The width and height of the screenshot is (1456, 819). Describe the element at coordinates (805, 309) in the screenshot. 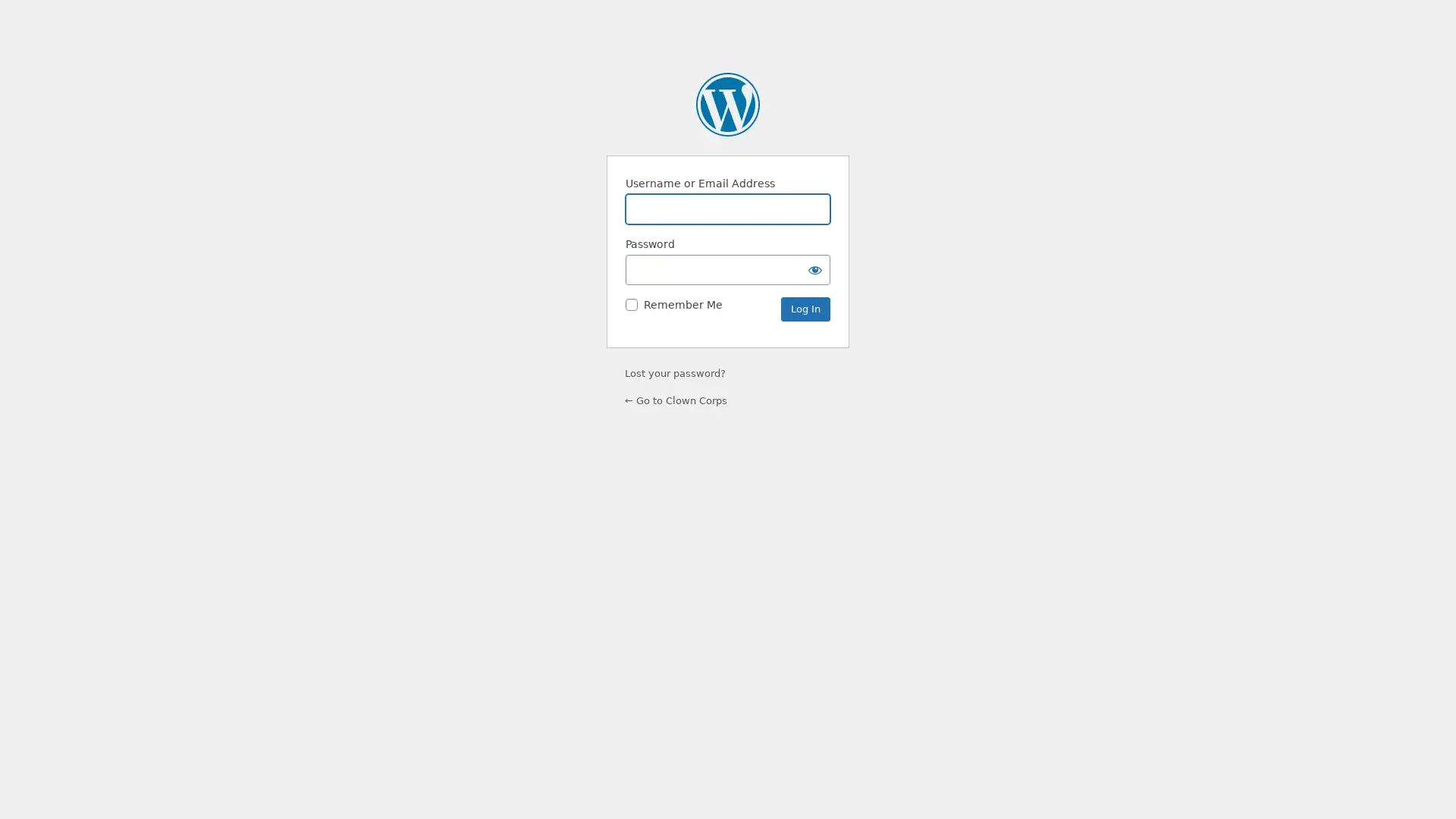

I see `Log In` at that location.